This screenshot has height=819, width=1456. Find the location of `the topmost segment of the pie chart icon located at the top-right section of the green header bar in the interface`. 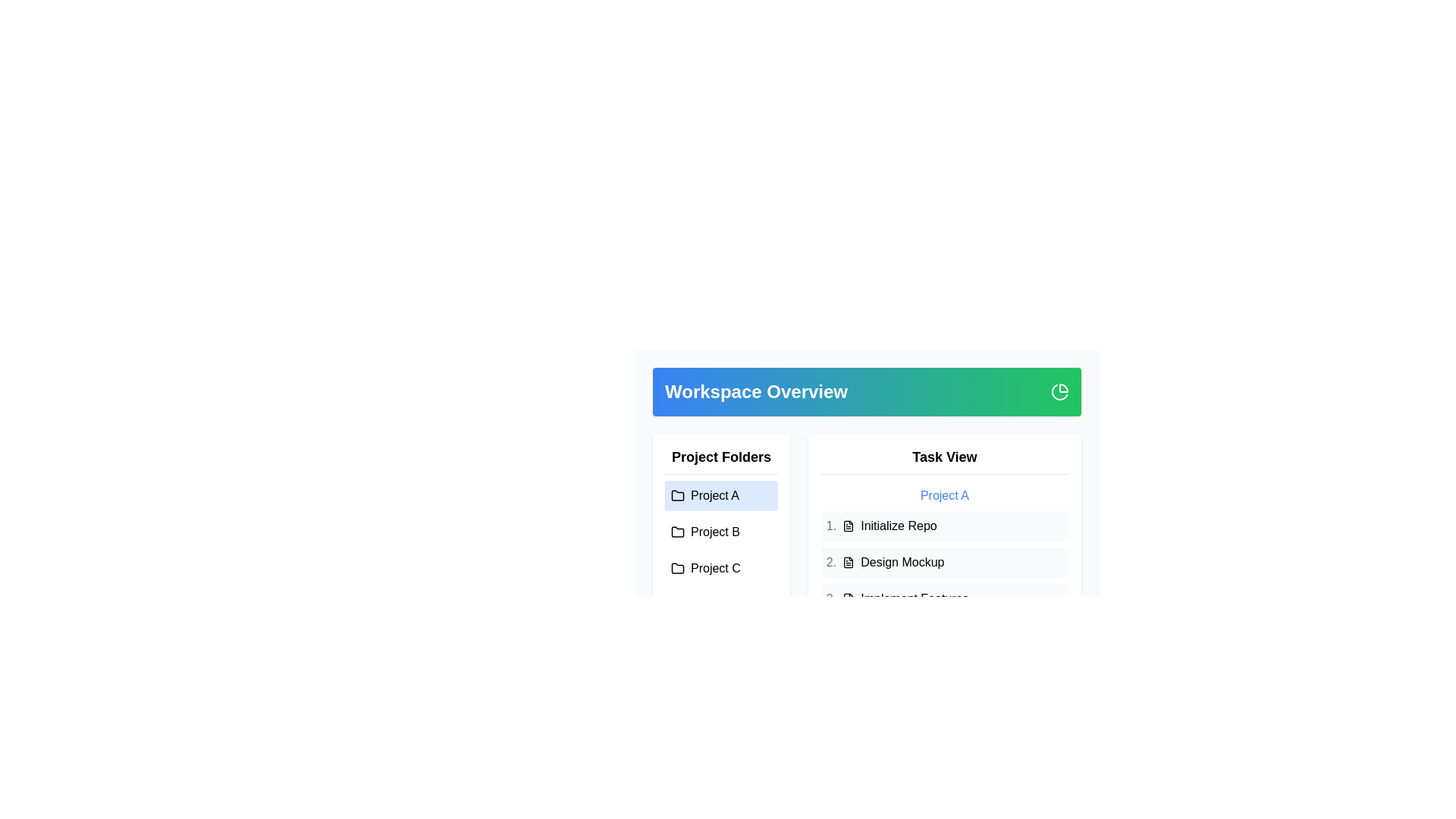

the topmost segment of the pie chart icon located at the top-right section of the green header bar in the interface is located at coordinates (1062, 388).